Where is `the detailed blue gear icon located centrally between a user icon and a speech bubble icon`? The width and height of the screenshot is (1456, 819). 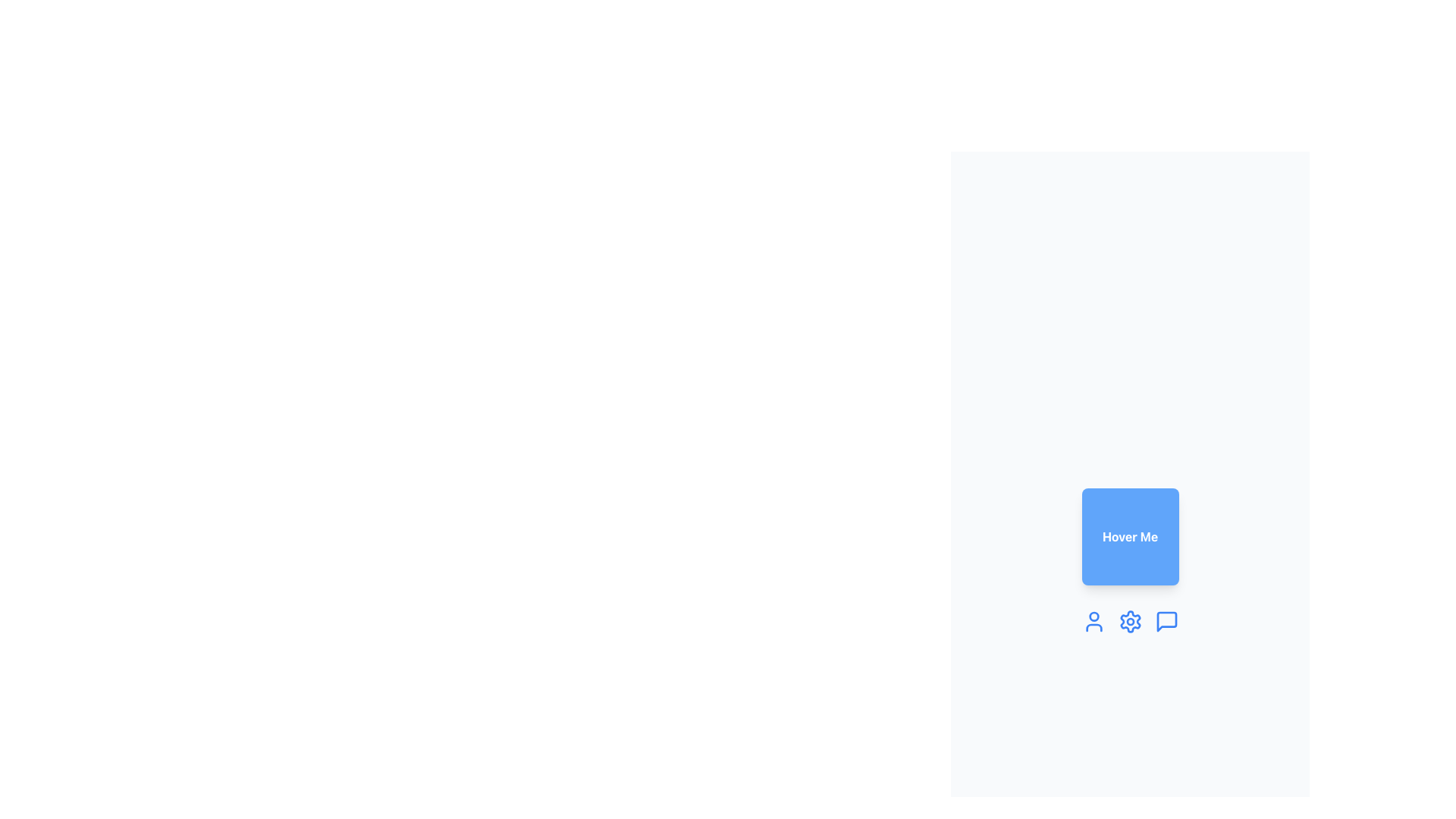 the detailed blue gear icon located centrally between a user icon and a speech bubble icon is located at coordinates (1130, 622).